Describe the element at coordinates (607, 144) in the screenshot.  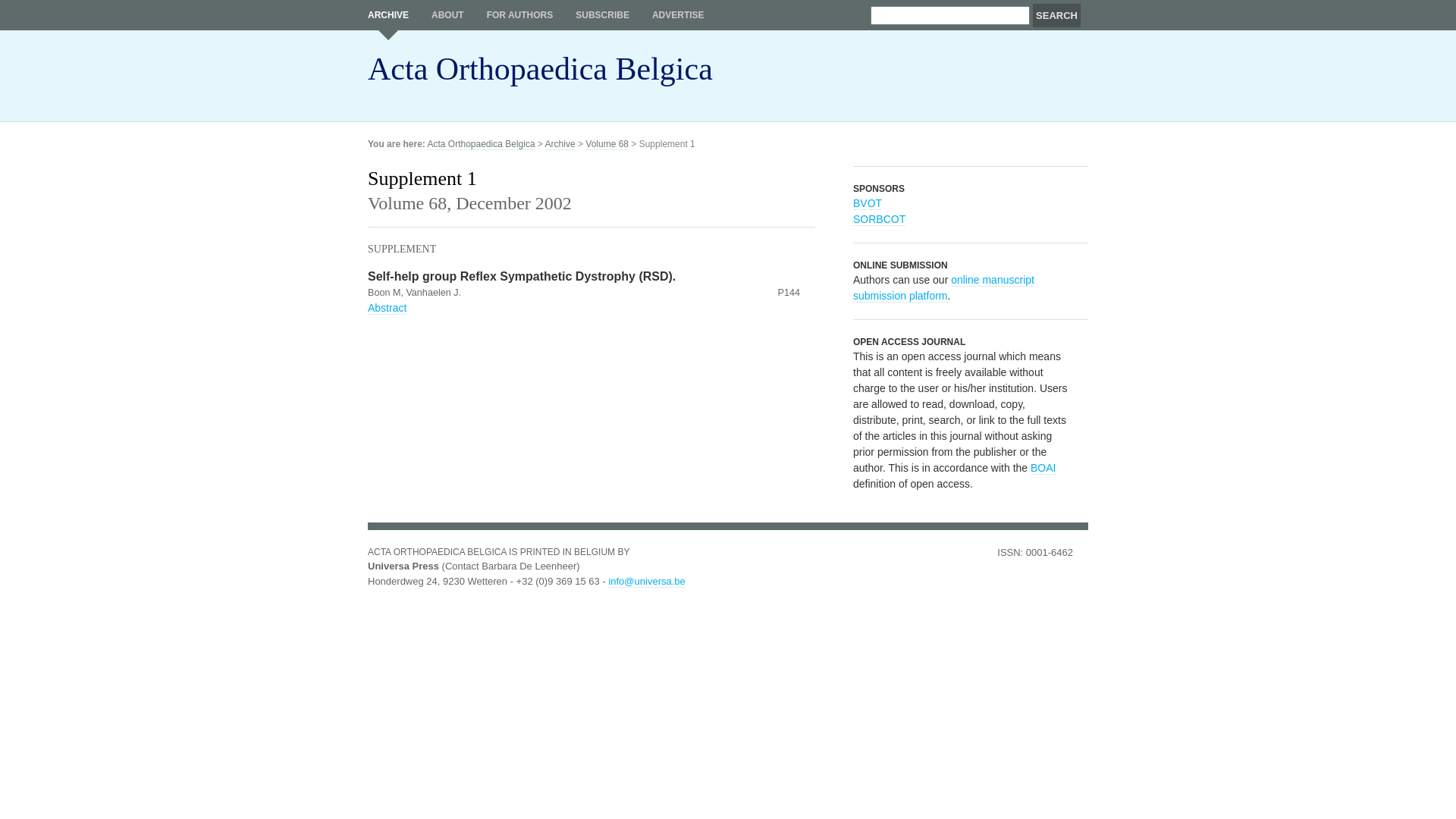
I see `'Volume 68'` at that location.